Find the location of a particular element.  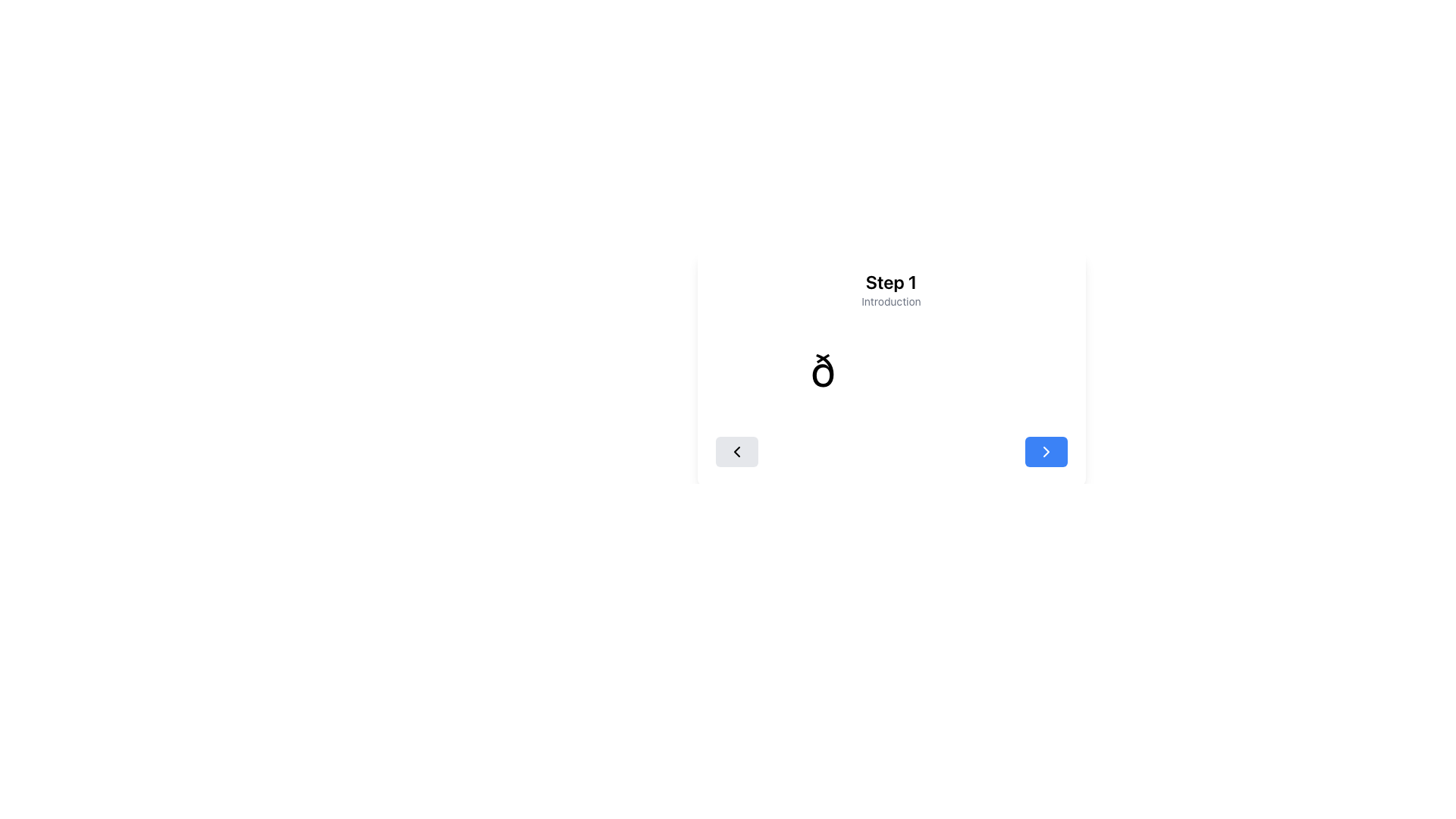

the right-pointing chevron icon located in the blue button at the bottom-right corner of the interface is located at coordinates (1045, 451).